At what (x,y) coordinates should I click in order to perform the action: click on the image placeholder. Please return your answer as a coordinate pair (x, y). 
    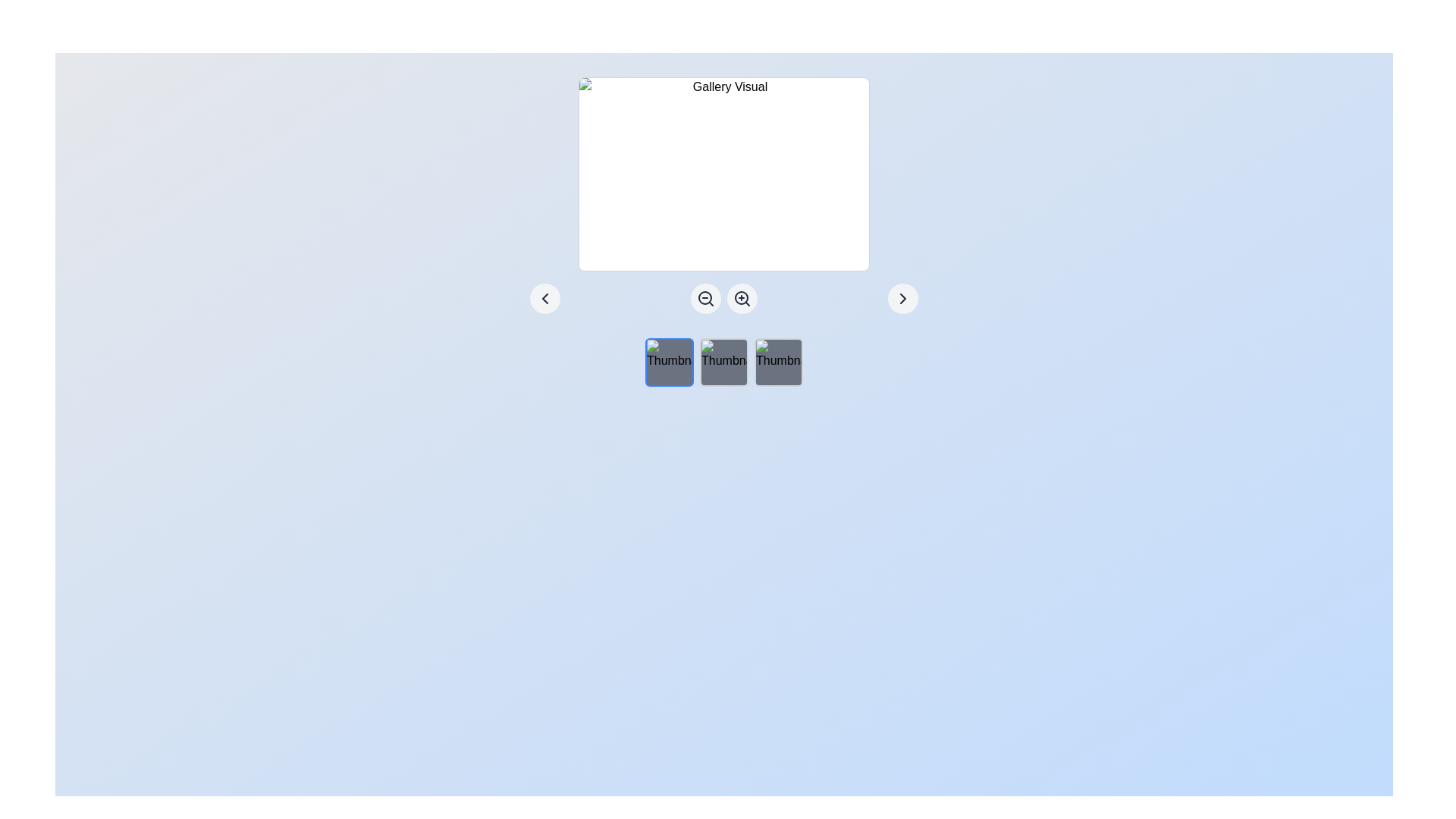
    Looking at the image, I should click on (723, 174).